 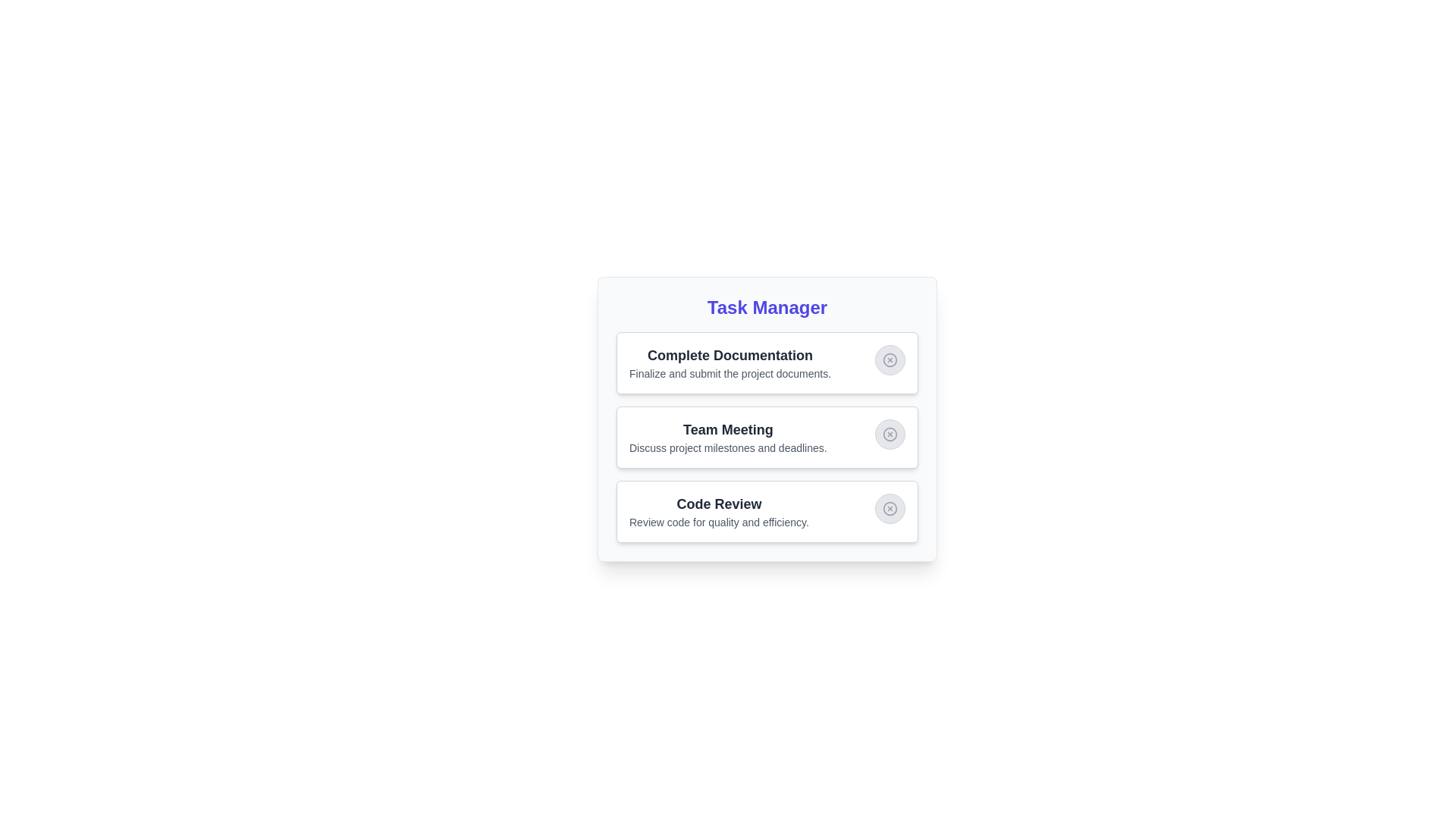 What do you see at coordinates (890, 435) in the screenshot?
I see `the toggle button for task Team Meeting to mark it as complete or incomplete` at bounding box center [890, 435].